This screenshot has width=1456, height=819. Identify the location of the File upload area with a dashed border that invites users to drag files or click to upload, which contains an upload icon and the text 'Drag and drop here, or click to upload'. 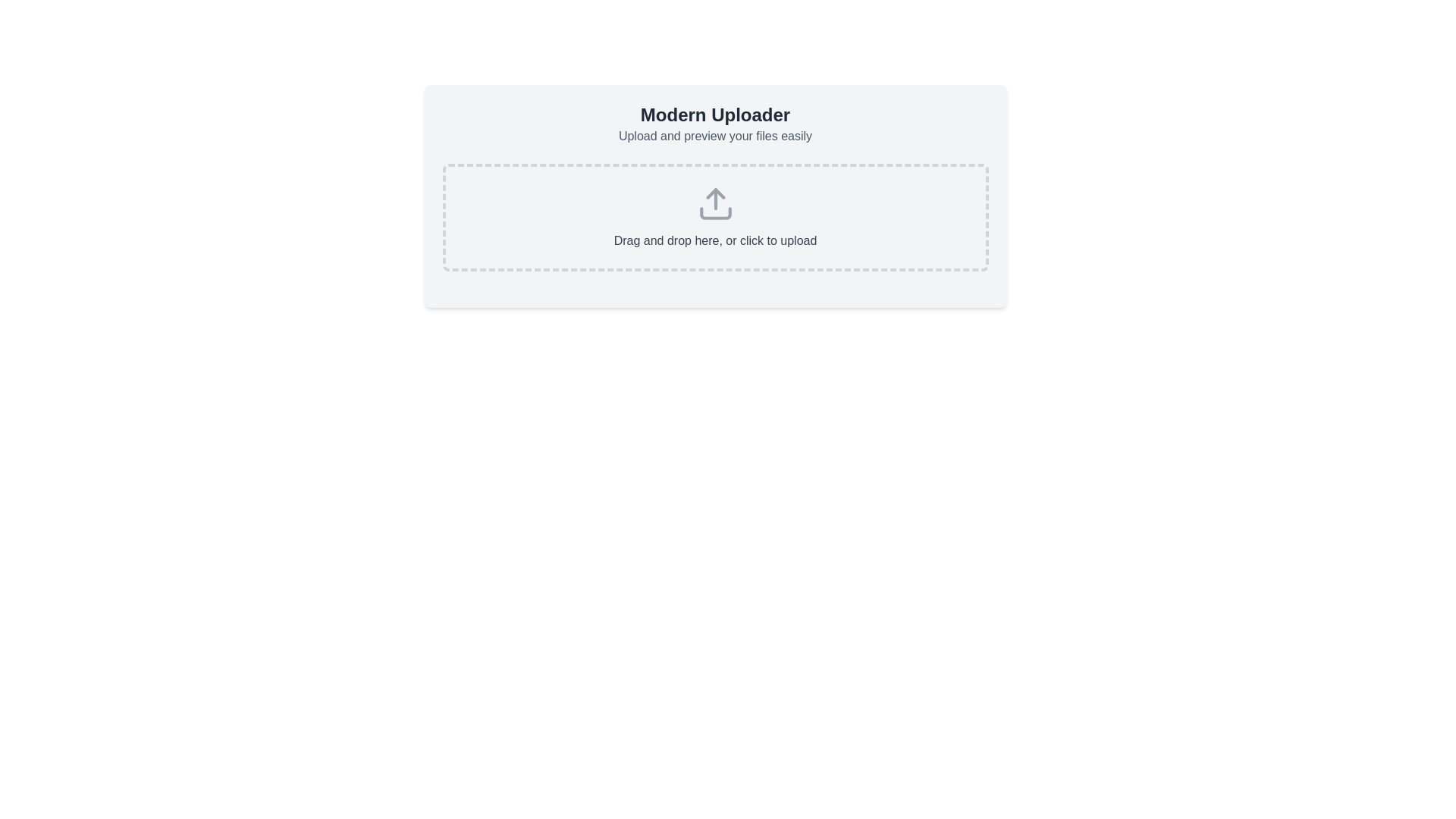
(714, 217).